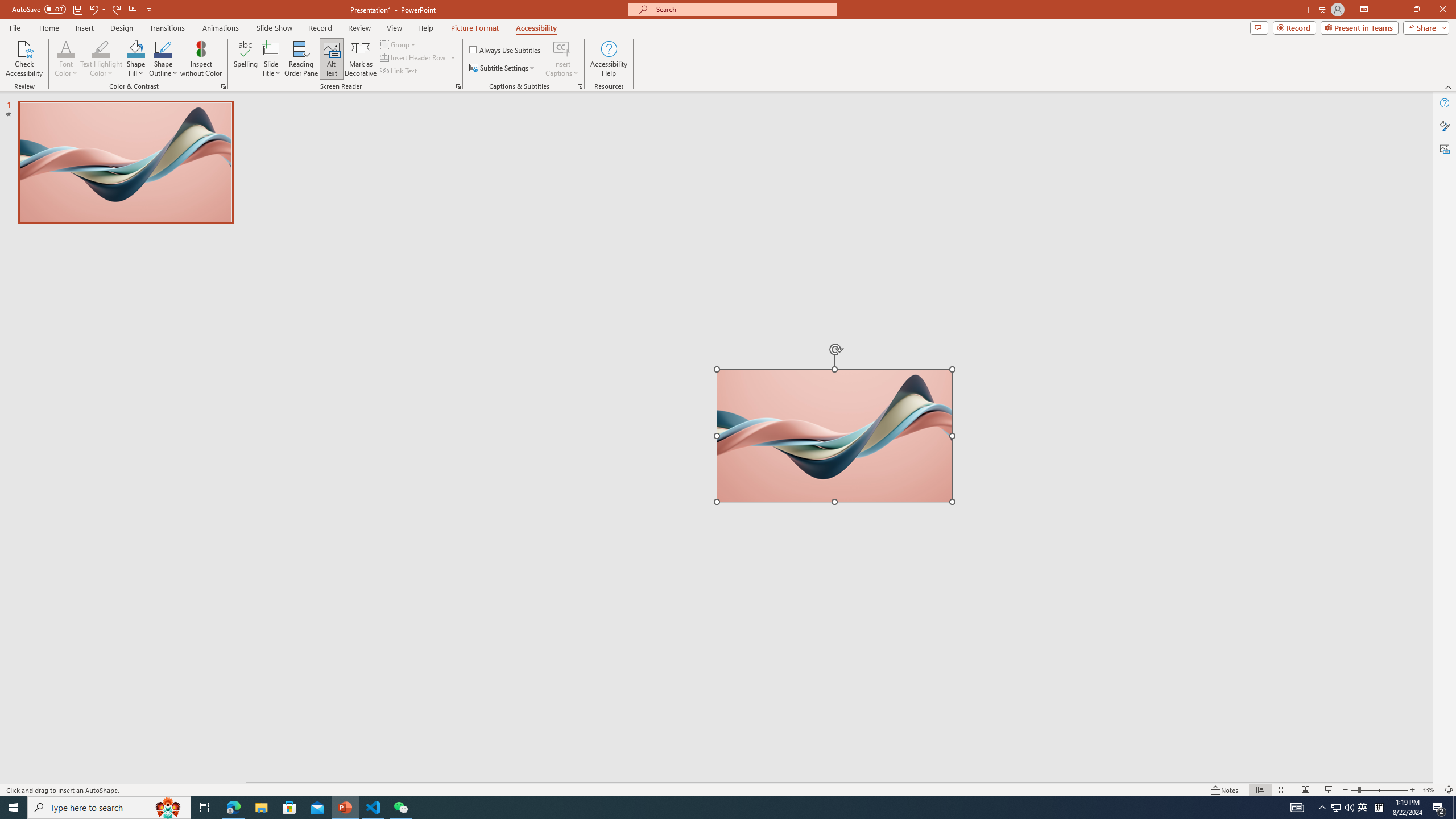 Image resolution: width=1456 pixels, height=819 pixels. Describe the element at coordinates (505, 49) in the screenshot. I see `'Always Use Subtitles'` at that location.